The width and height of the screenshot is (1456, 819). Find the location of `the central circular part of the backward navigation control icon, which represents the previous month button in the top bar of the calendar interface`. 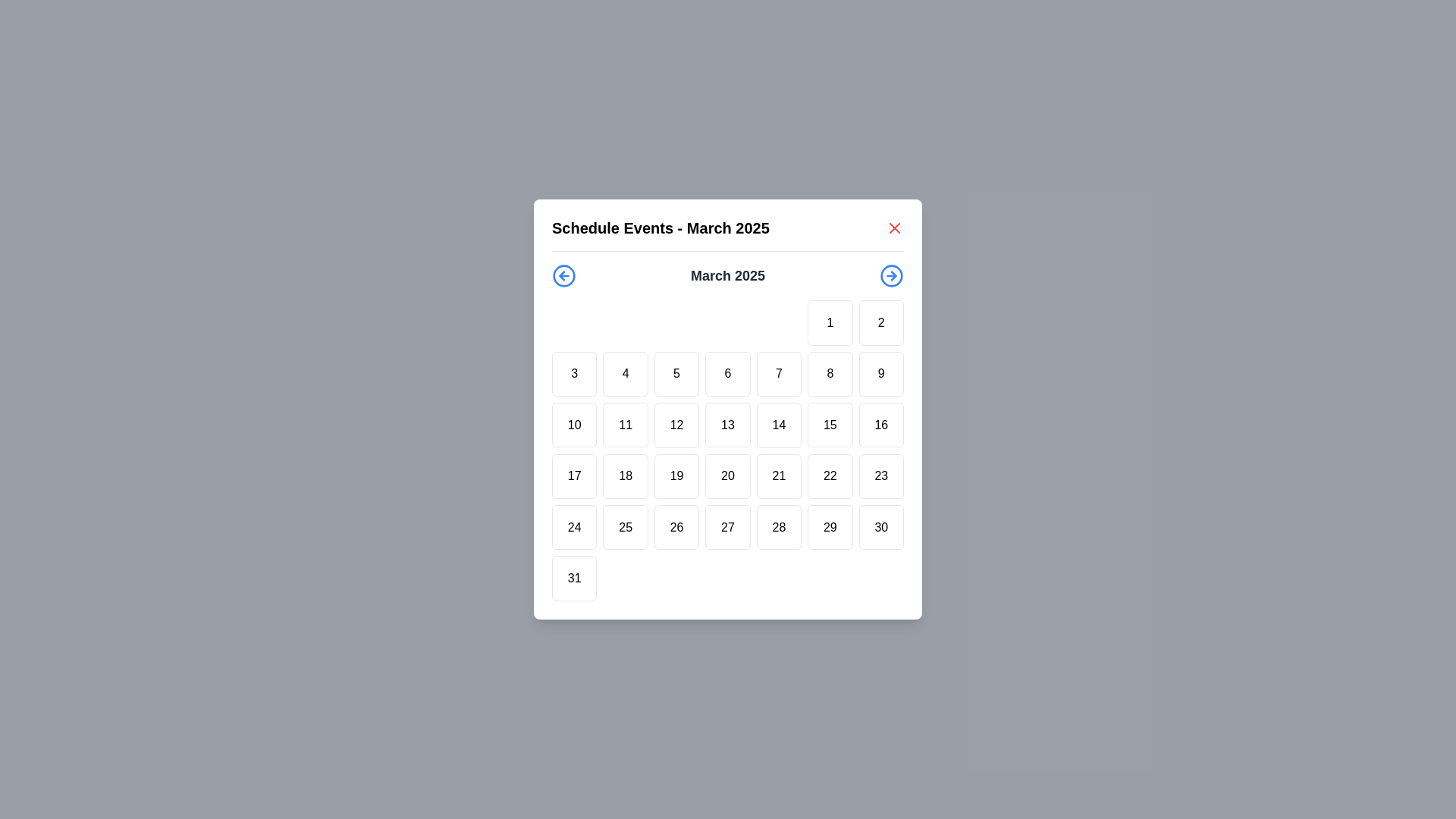

the central circular part of the backward navigation control icon, which represents the previous month button in the top bar of the calendar interface is located at coordinates (563, 275).